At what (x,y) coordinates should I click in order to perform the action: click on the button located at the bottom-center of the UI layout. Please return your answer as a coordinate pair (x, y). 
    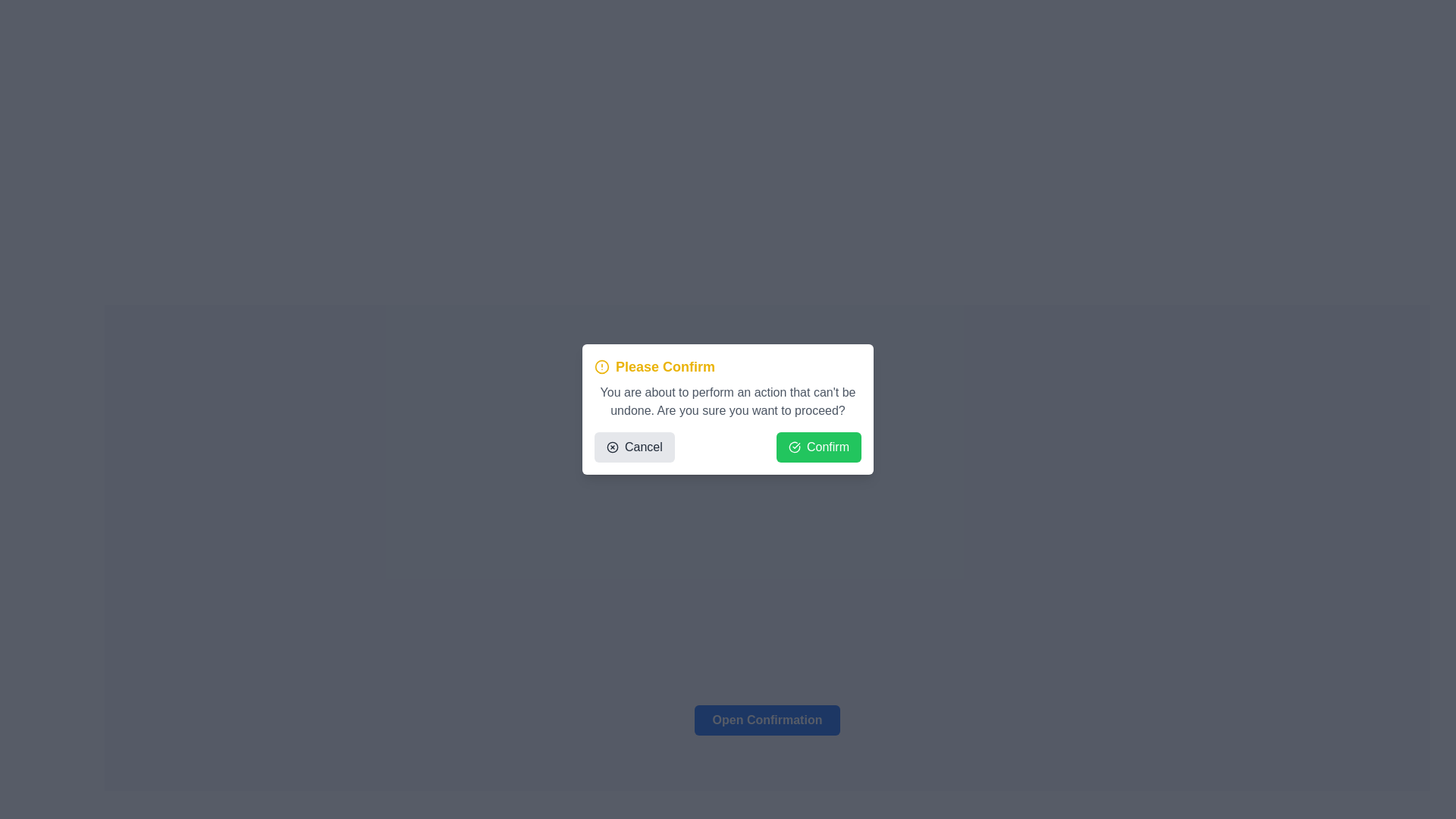
    Looking at the image, I should click on (767, 714).